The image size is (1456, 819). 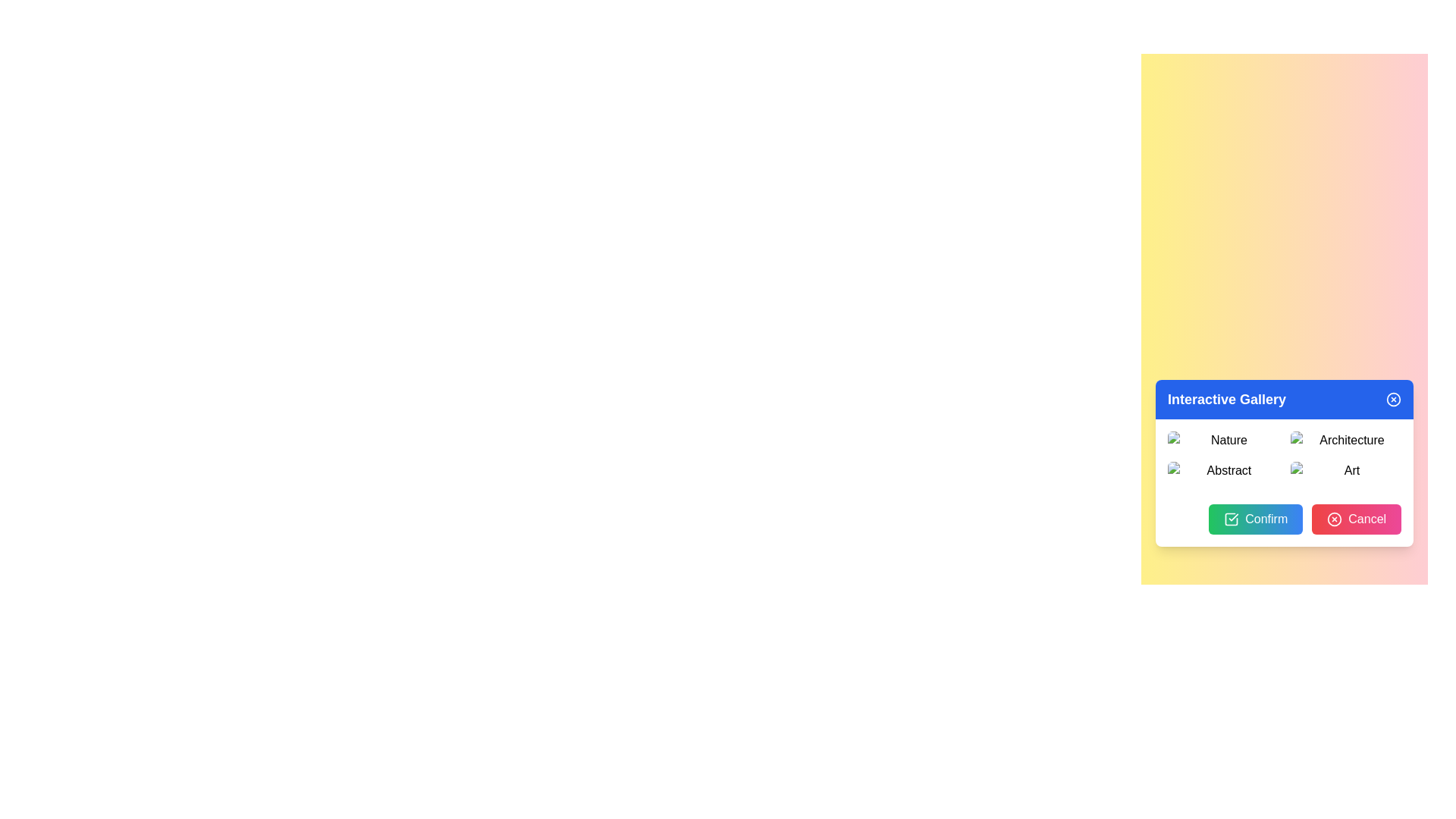 What do you see at coordinates (1346, 441) in the screenshot?
I see `the second item in the gallery labeled 'Architecture'` at bounding box center [1346, 441].